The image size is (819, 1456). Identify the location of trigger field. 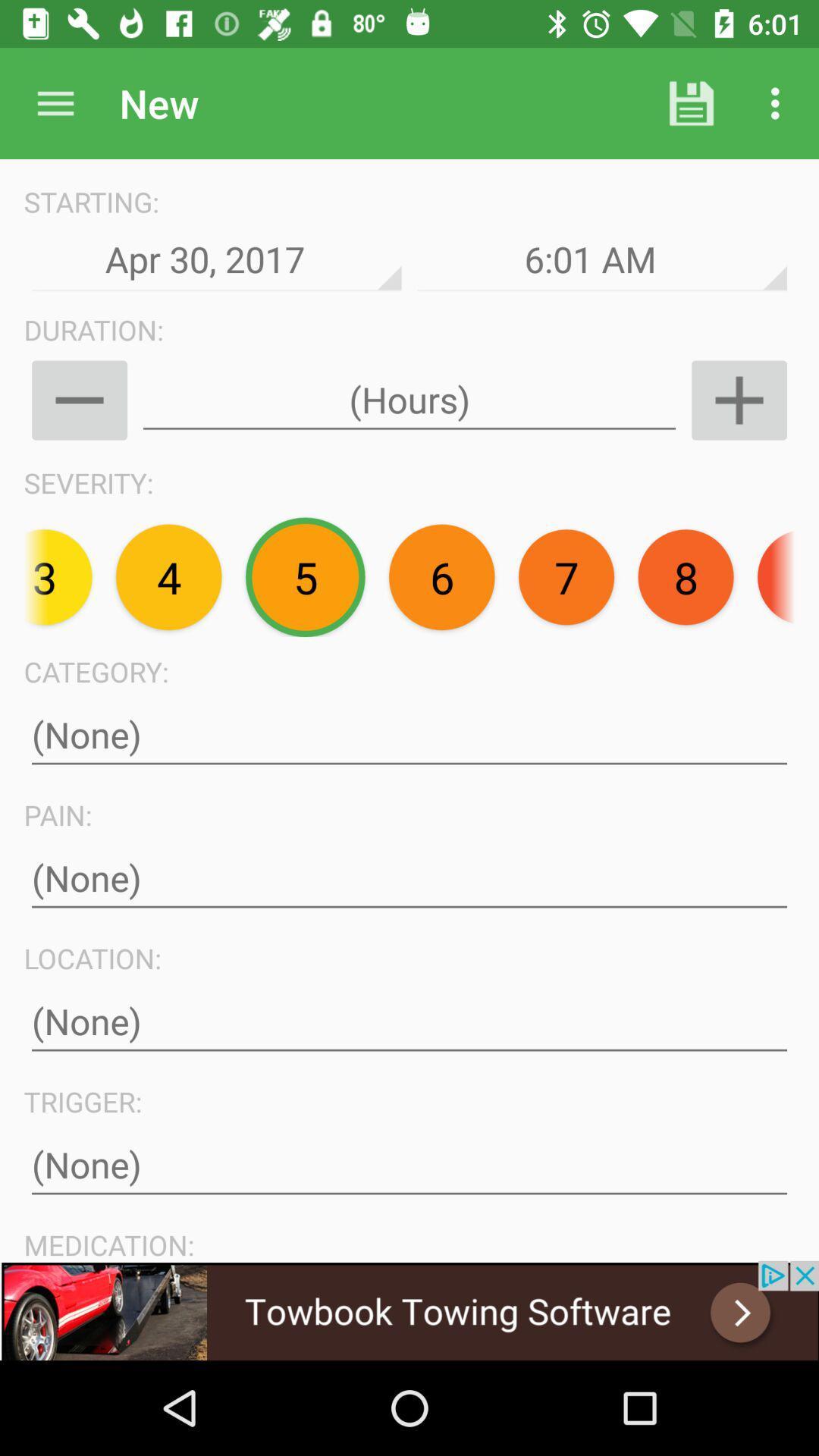
(409, 1164).